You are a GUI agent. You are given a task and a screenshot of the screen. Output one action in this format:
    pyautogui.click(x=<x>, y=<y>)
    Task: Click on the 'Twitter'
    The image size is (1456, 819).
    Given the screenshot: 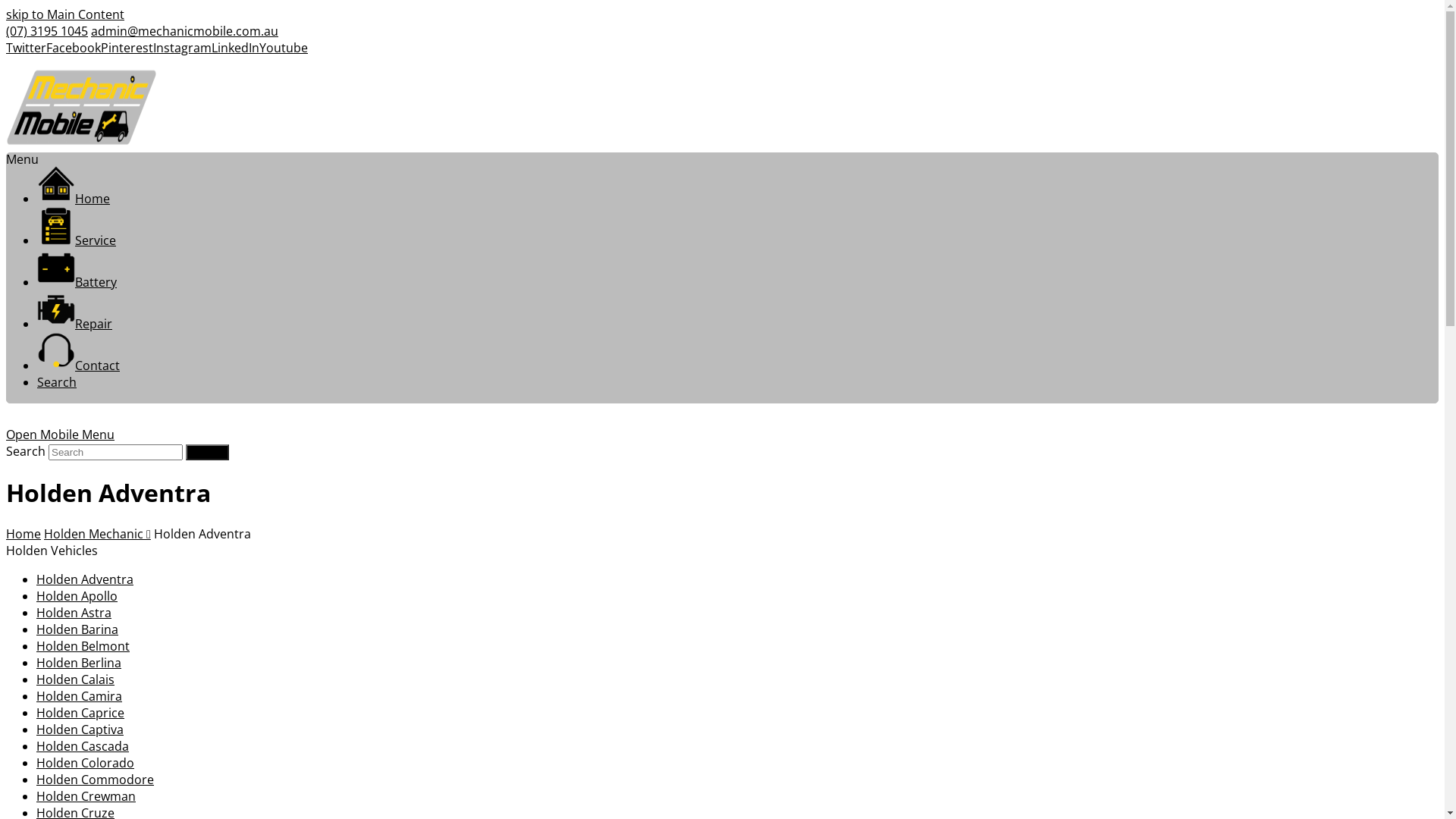 What is the action you would take?
    pyautogui.click(x=26, y=46)
    